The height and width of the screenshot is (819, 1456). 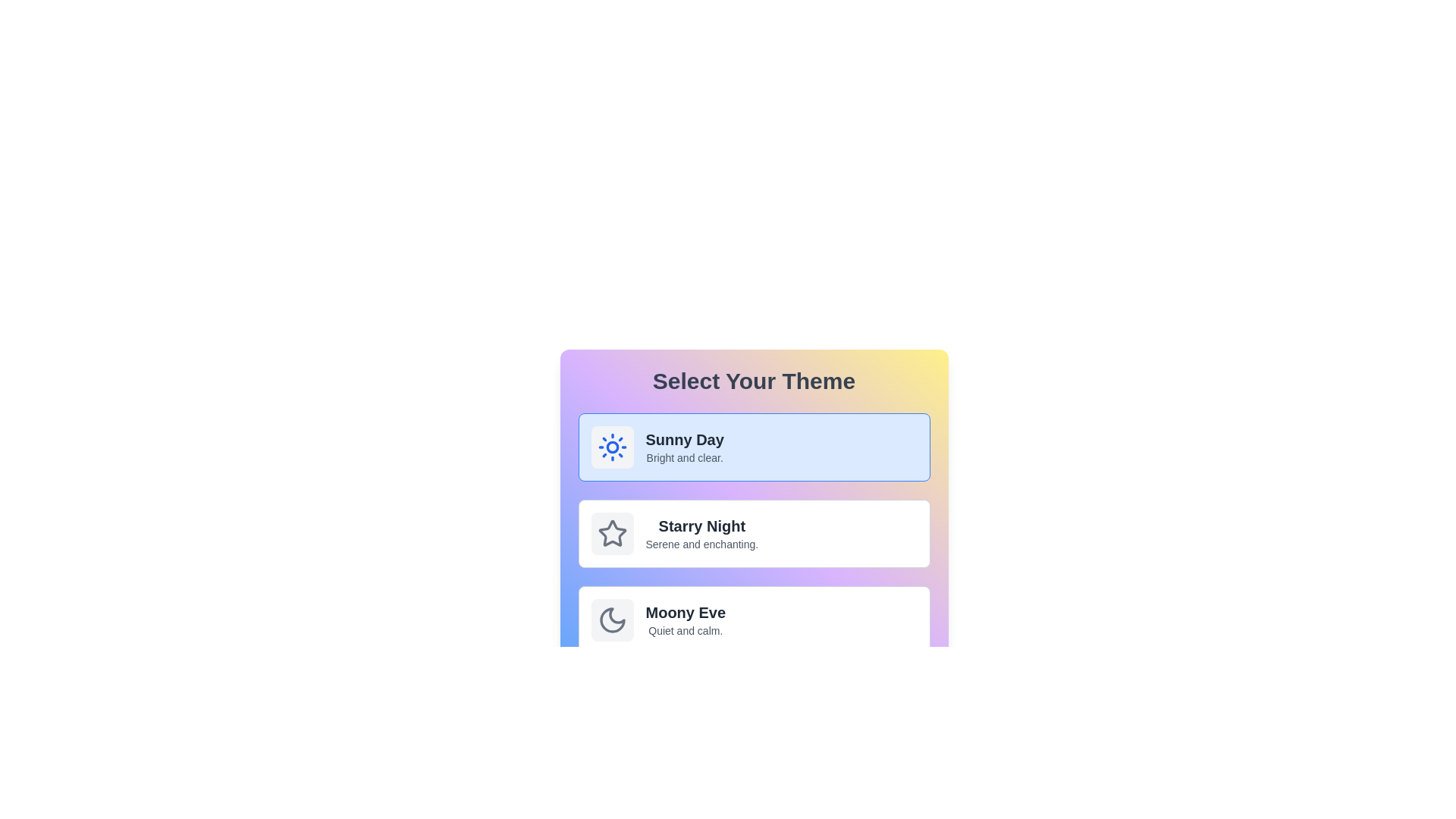 I want to click on the 'Sunny Day' labeling text element that provides the name and description of the theme, located in the top-left of the selection box, so click(x=684, y=447).